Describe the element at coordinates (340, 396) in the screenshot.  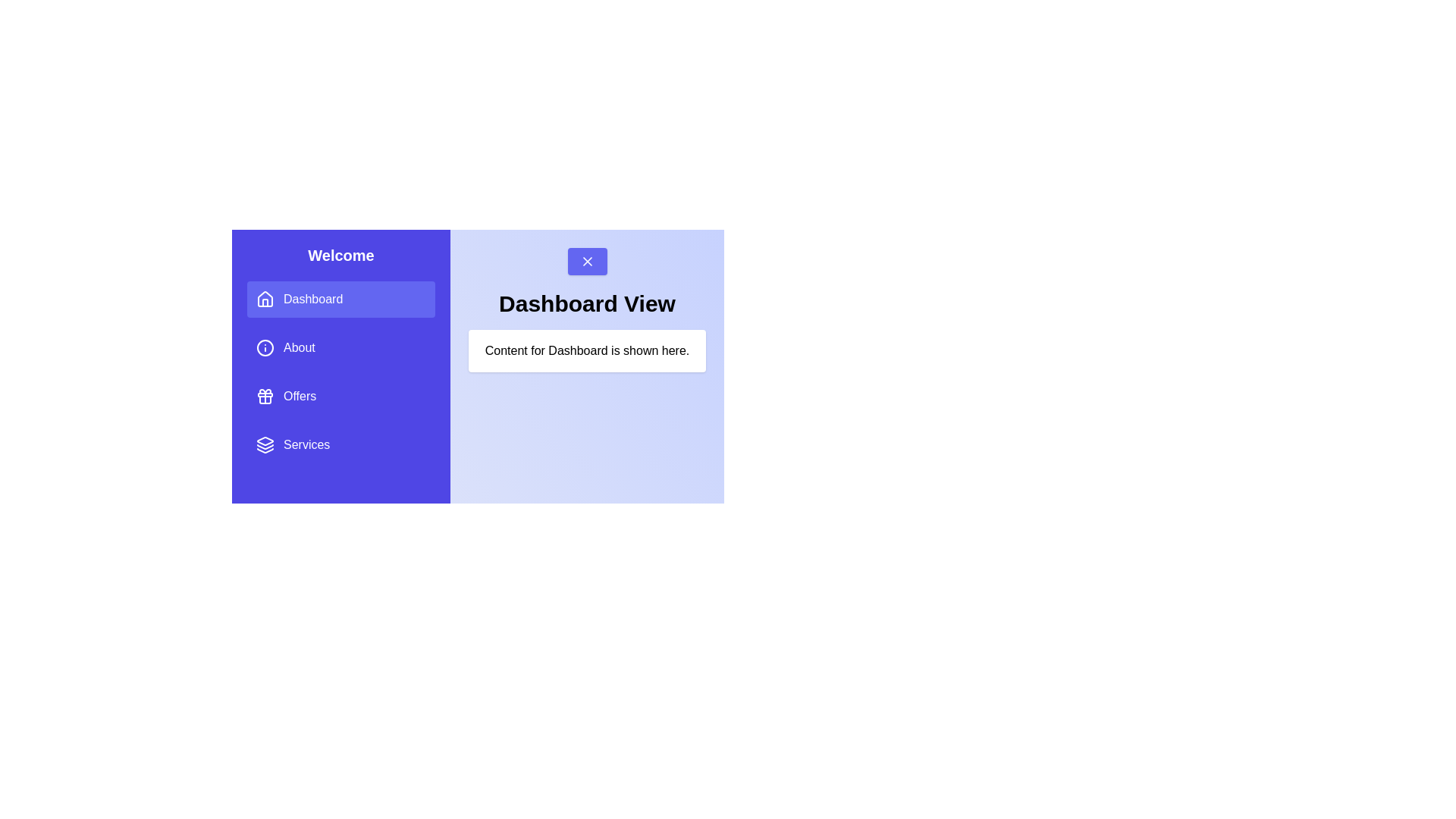
I see `the menu item Offers to change the displayed content` at that location.